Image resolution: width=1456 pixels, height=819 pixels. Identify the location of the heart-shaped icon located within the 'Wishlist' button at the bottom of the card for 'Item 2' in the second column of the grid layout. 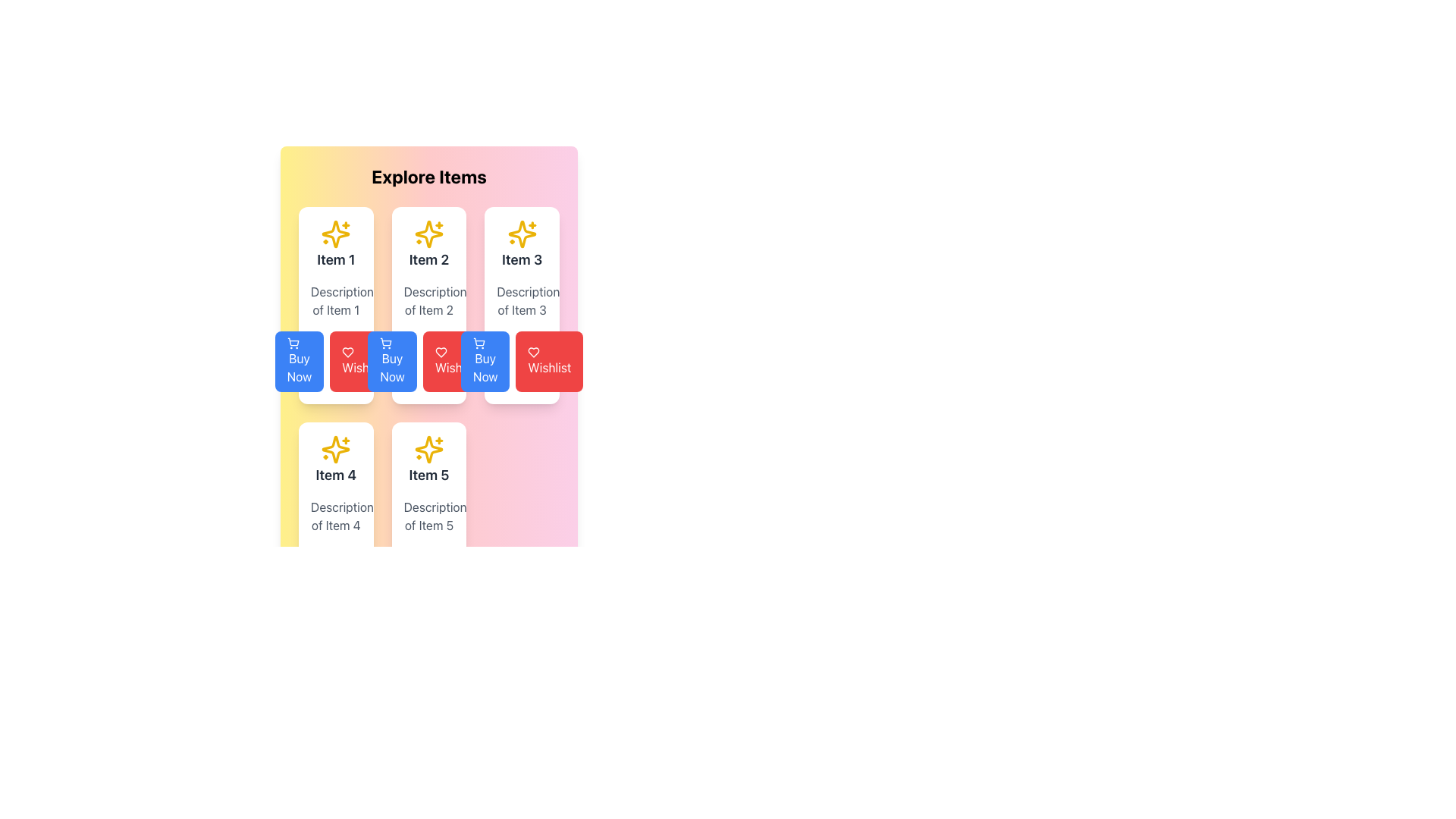
(347, 353).